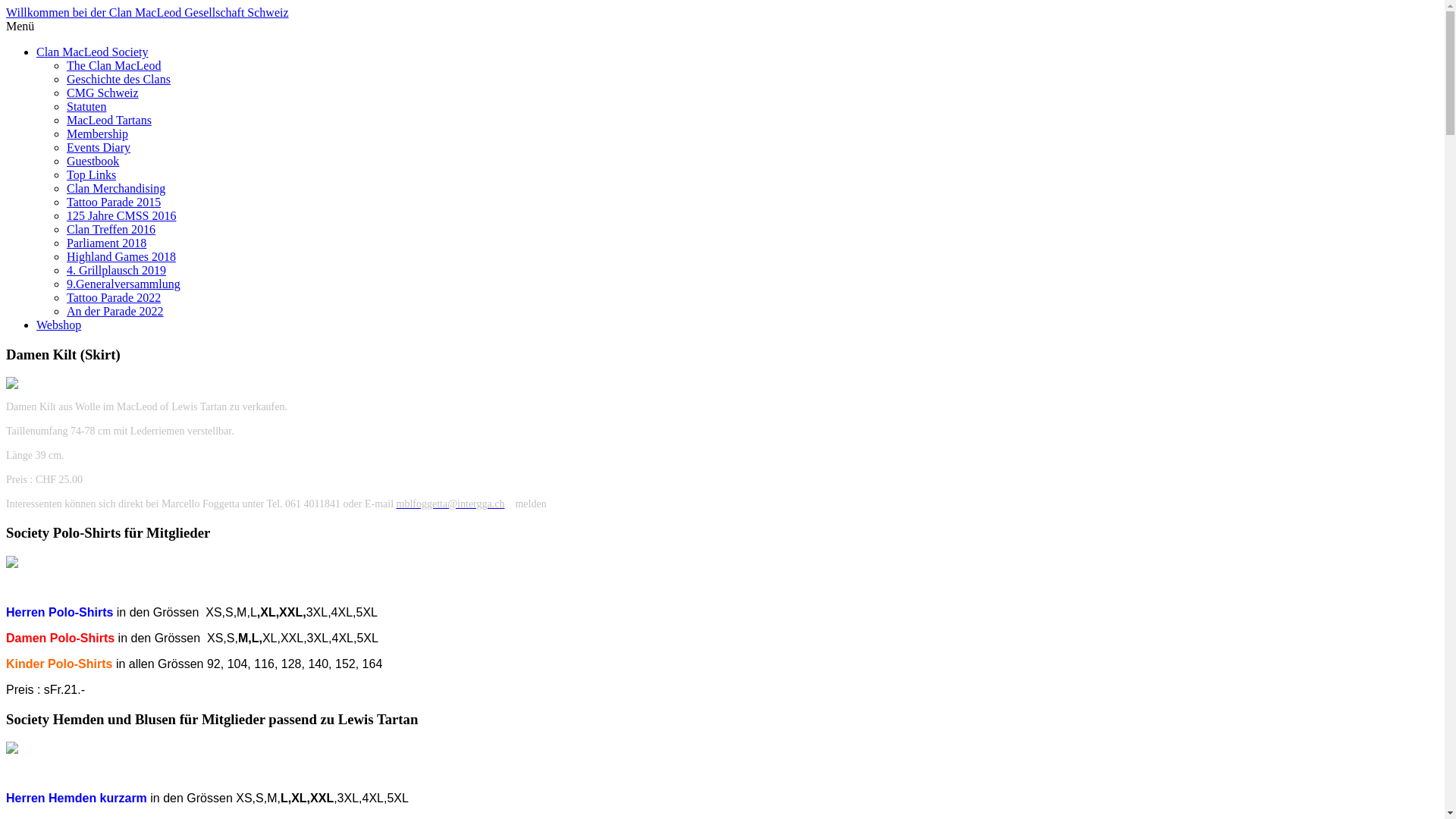 The height and width of the screenshot is (819, 1456). Describe the element at coordinates (97, 147) in the screenshot. I see `'Events Diary'` at that location.